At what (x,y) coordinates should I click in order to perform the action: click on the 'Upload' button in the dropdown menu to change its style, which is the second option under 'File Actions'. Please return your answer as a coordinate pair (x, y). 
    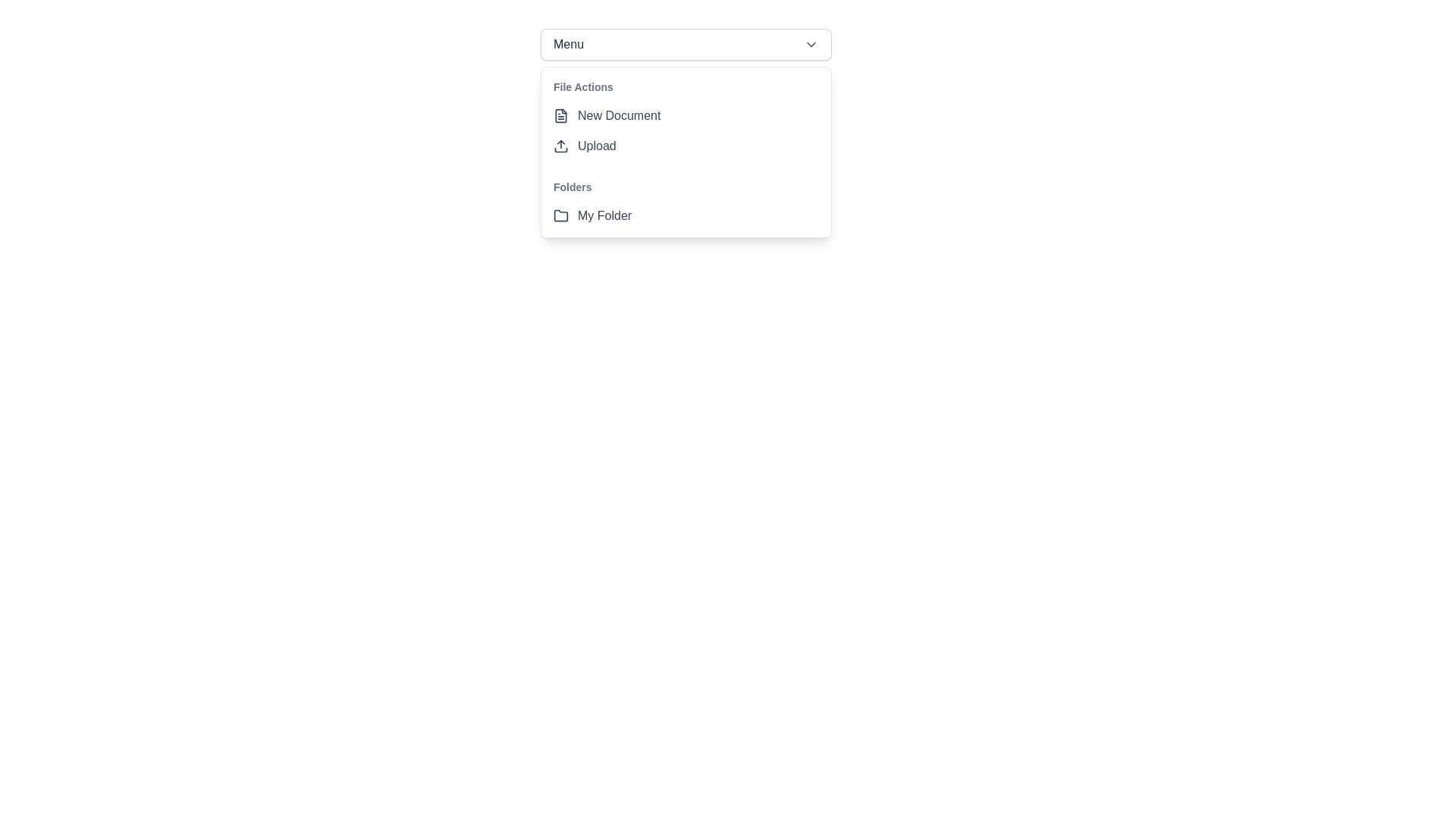
    Looking at the image, I should click on (686, 146).